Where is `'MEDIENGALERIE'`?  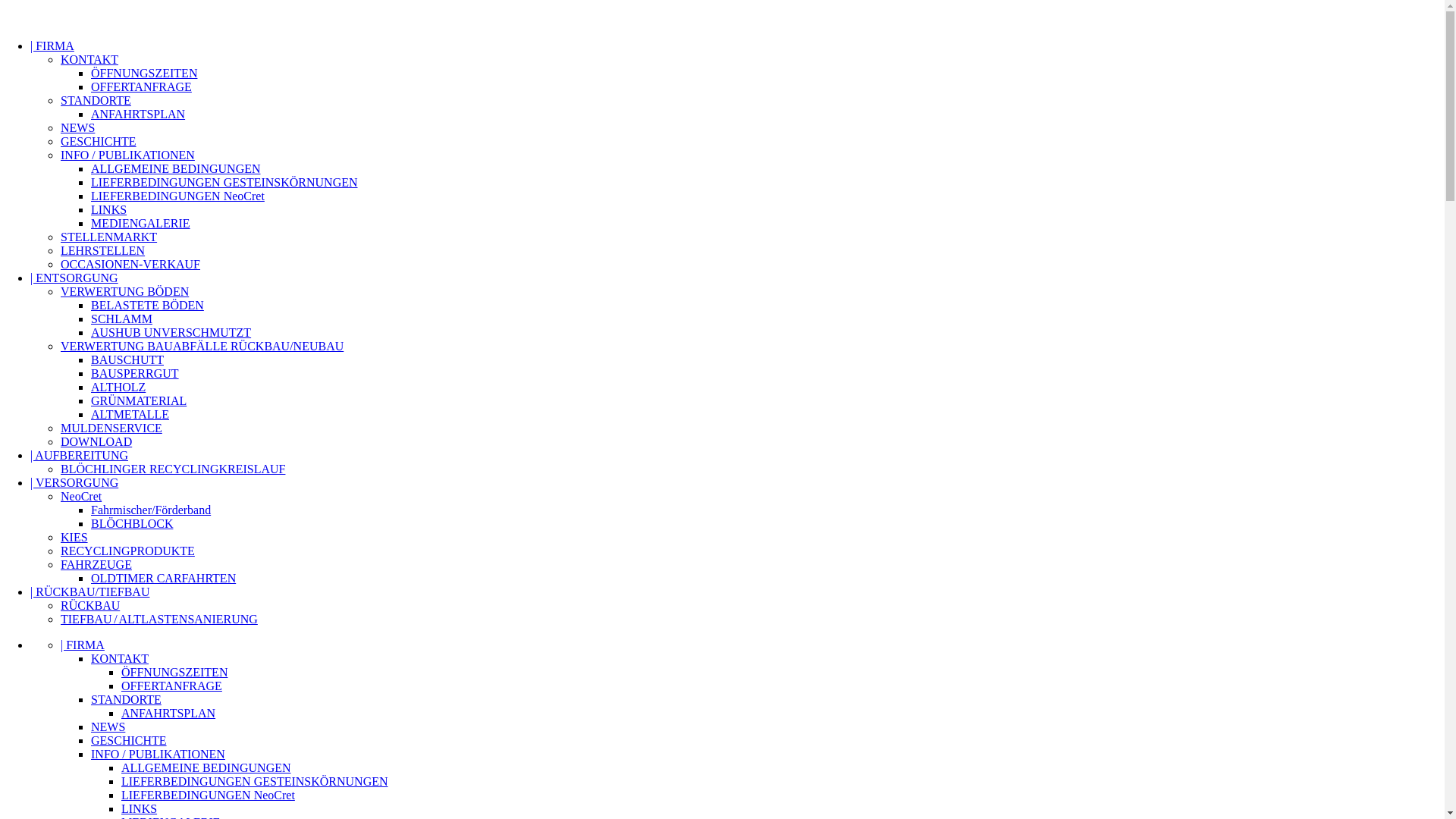
'MEDIENGALERIE' is located at coordinates (90, 223).